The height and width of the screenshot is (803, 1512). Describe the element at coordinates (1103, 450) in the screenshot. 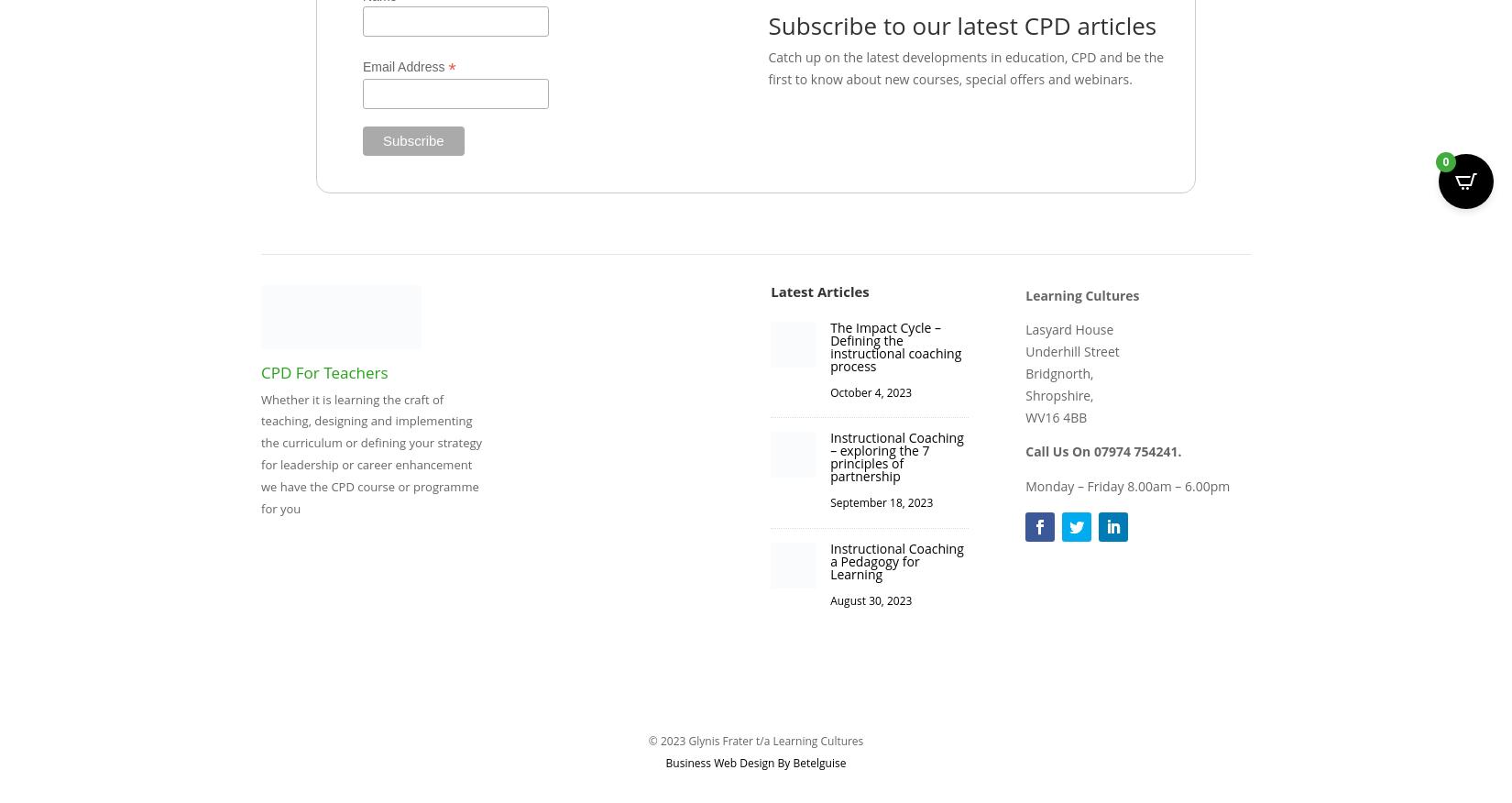

I see `'Call Us On 07974 754241.'` at that location.